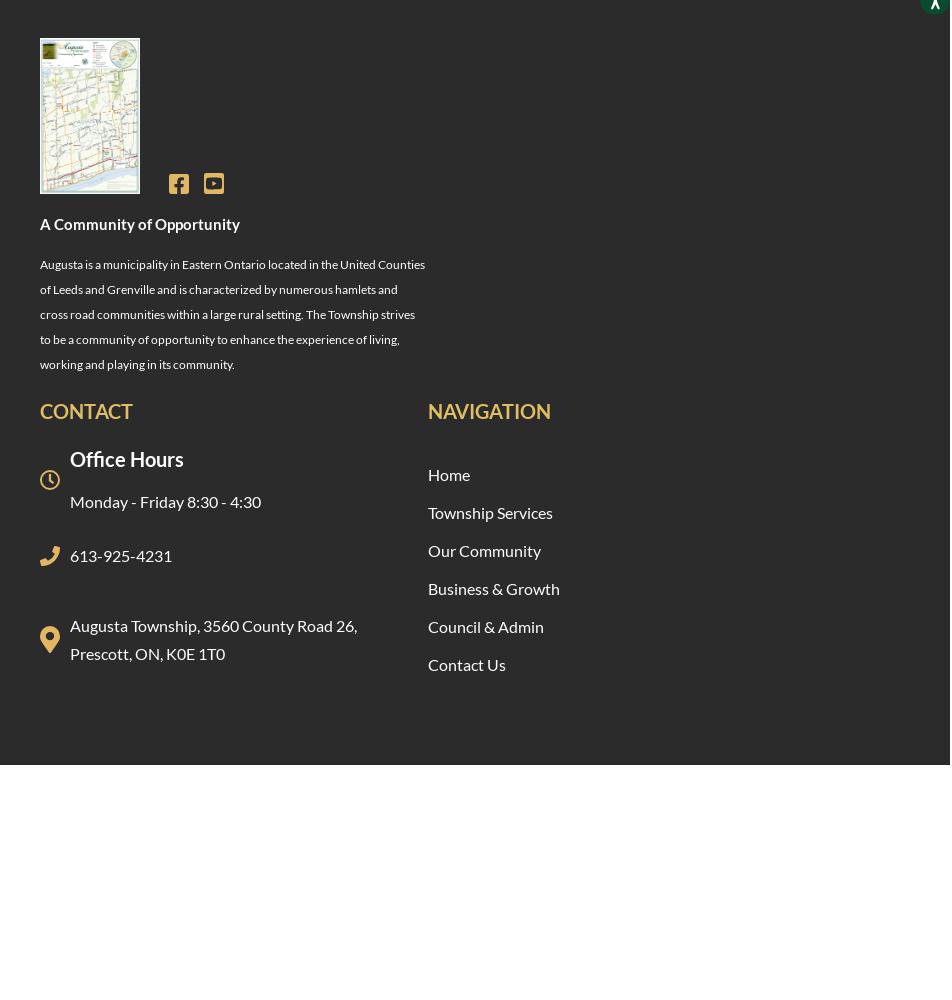  I want to click on 'Our Community', so click(484, 549).